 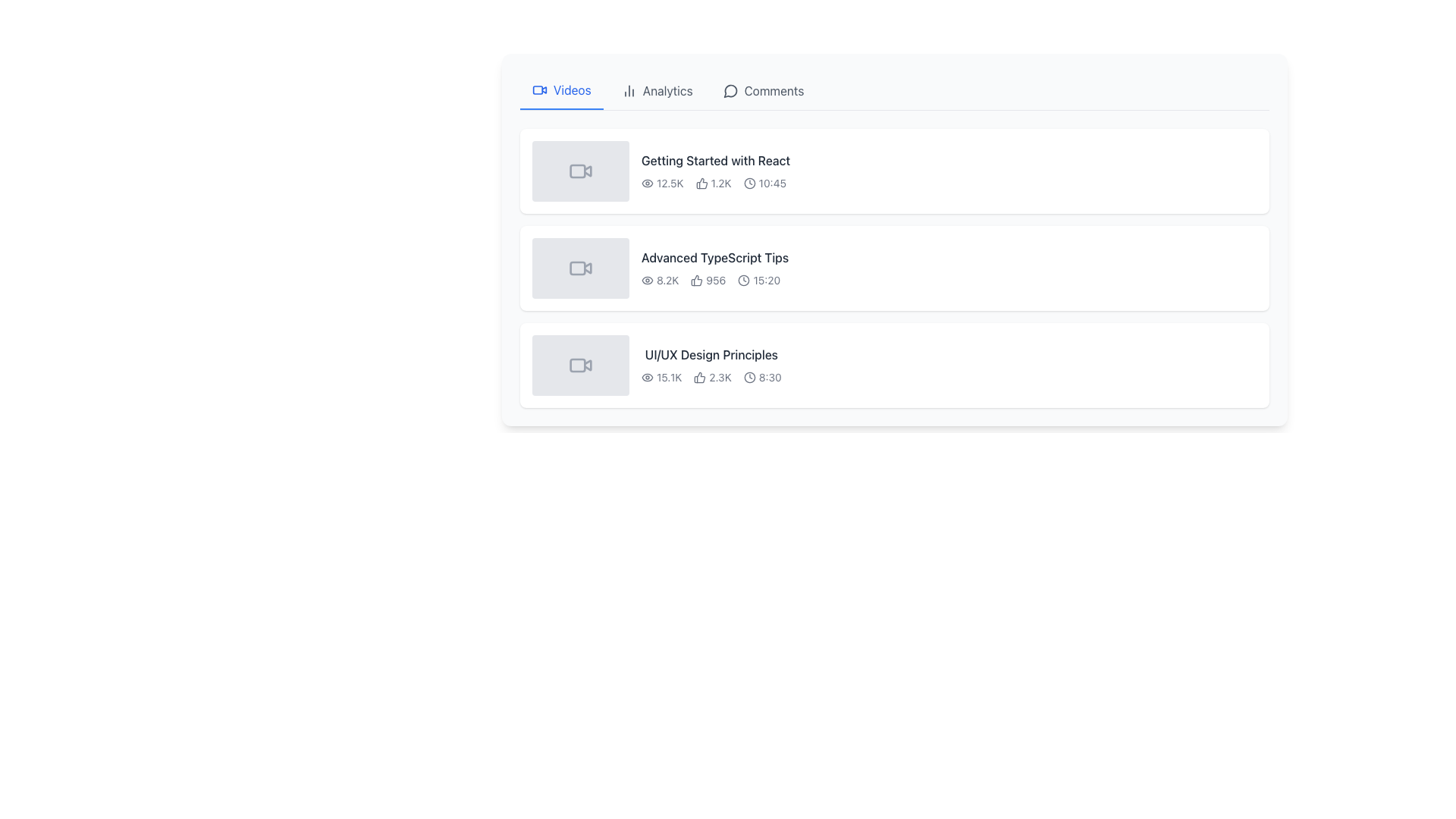 What do you see at coordinates (730, 91) in the screenshot?
I see `the SVG Icon representing the 'Comments' tab in the navigation bar, which visually identifies this section of the interface` at bounding box center [730, 91].